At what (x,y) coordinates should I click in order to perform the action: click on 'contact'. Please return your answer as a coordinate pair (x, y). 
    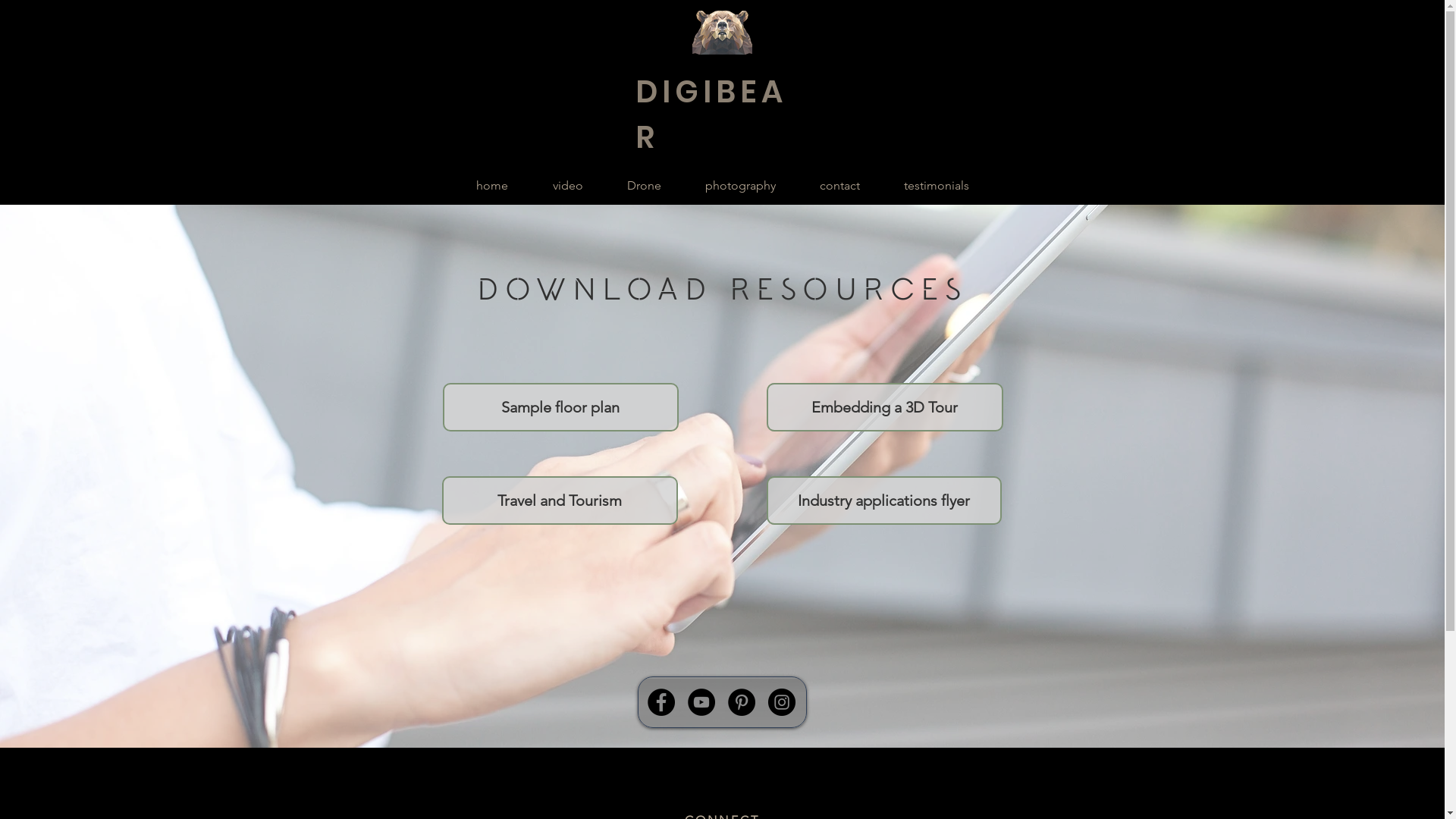
    Looking at the image, I should click on (839, 185).